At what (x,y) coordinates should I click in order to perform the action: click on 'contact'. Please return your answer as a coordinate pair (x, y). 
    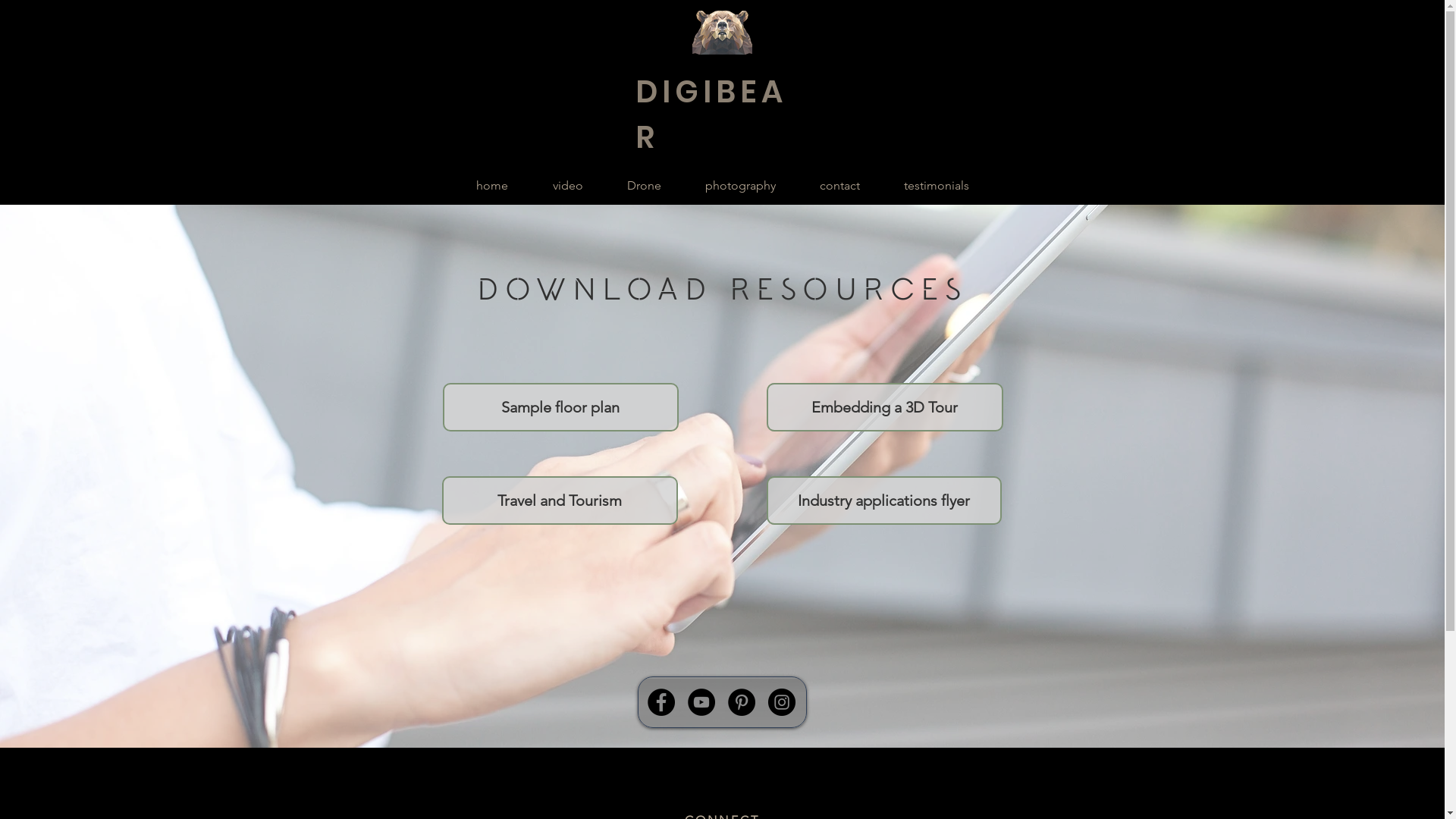
    Looking at the image, I should click on (839, 185).